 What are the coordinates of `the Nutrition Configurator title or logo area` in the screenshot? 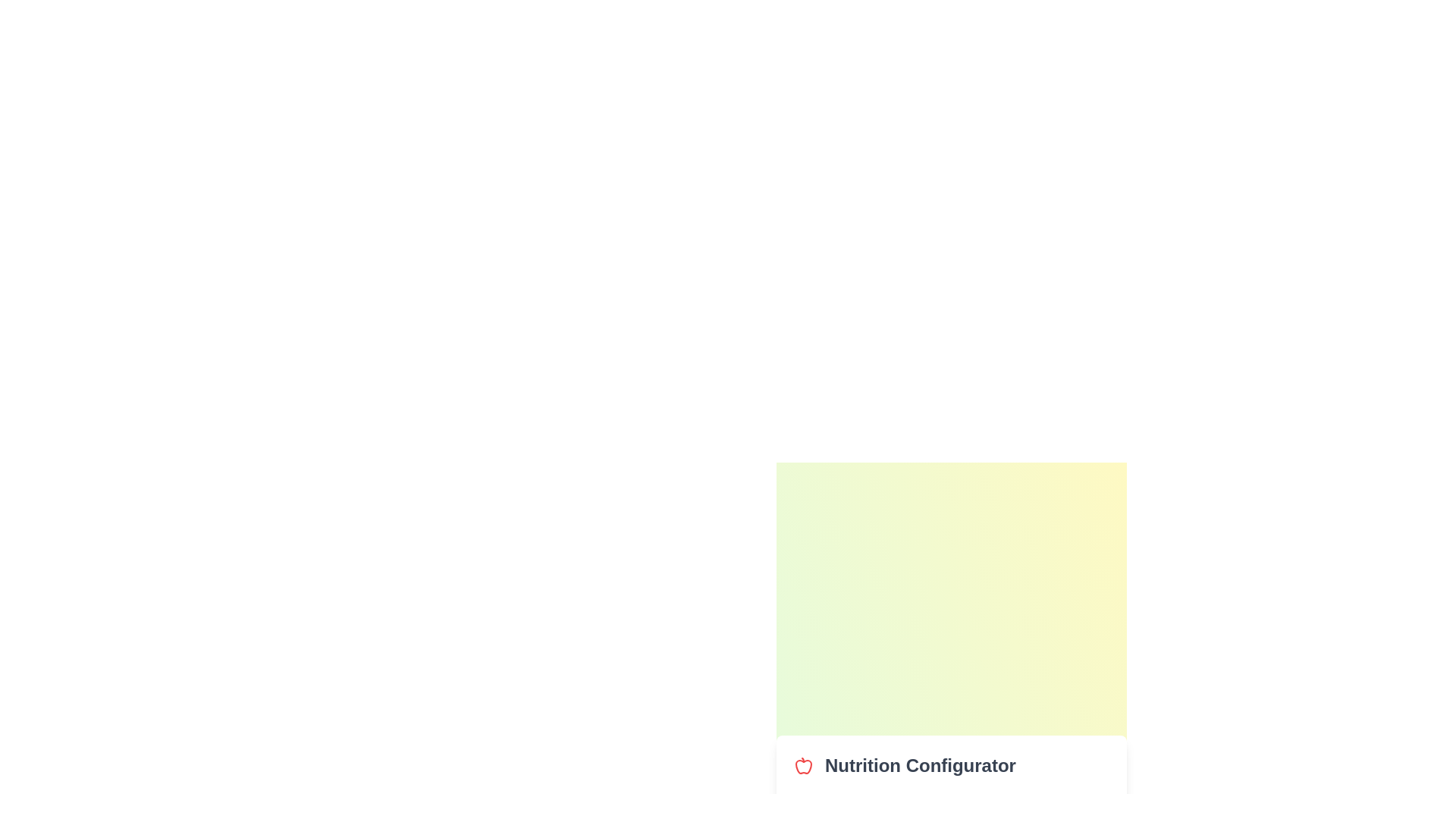 It's located at (950, 766).